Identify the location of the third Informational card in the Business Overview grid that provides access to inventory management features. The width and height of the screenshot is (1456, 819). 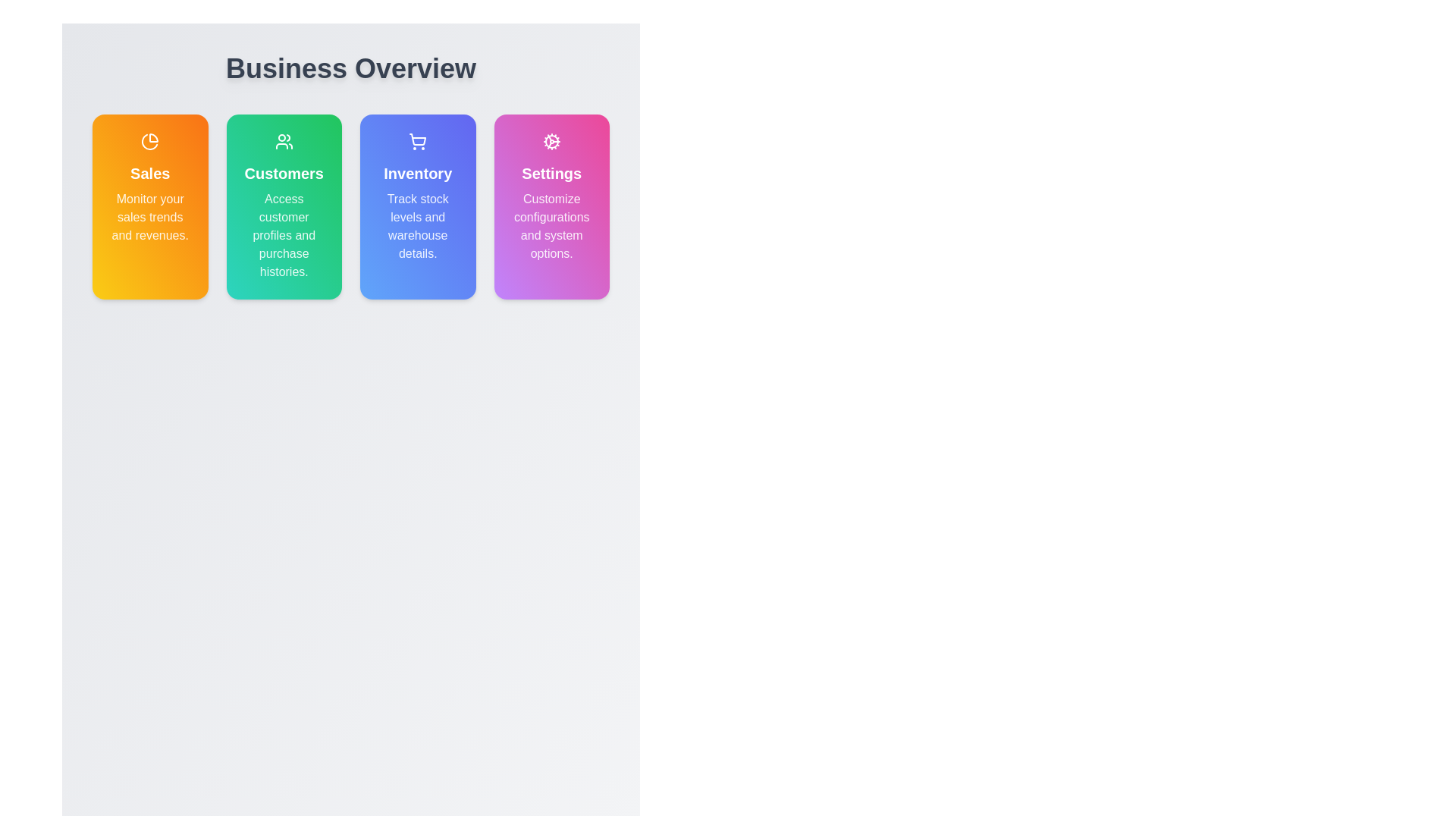
(418, 207).